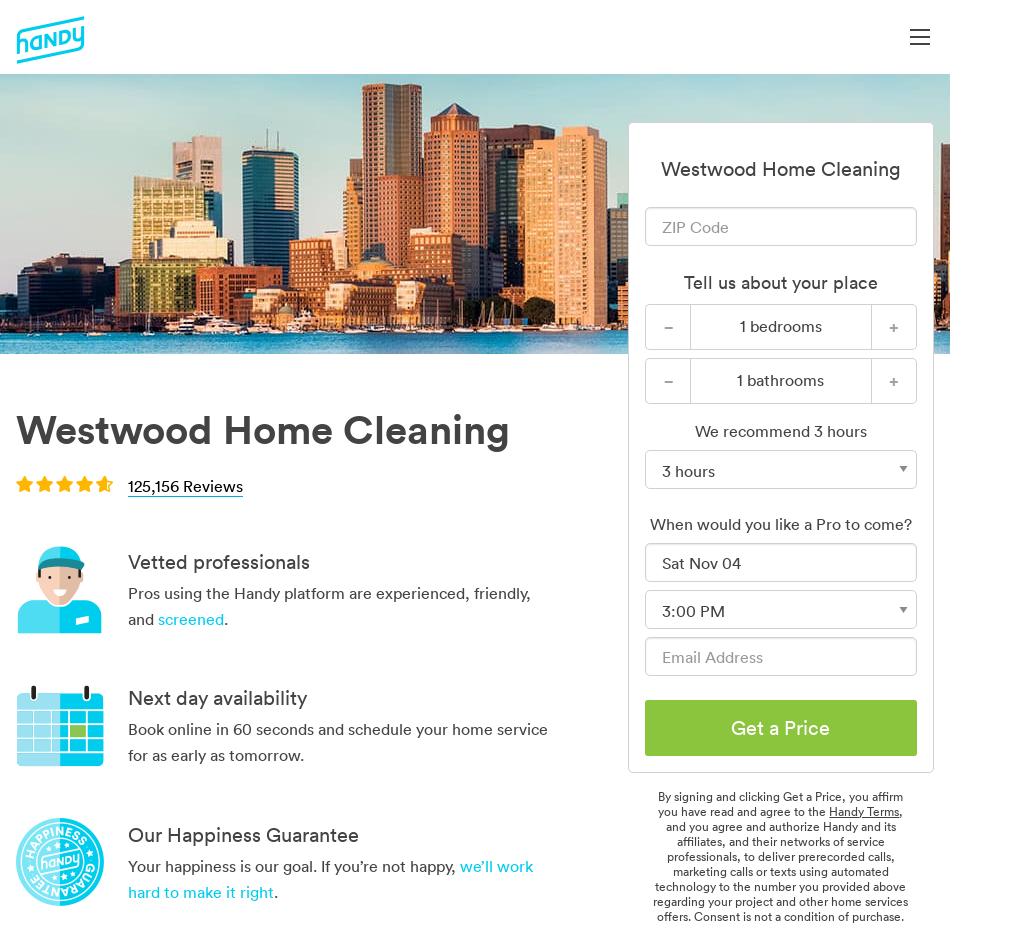 This screenshot has width=1024, height=936. Describe the element at coordinates (996, 283) in the screenshot. I see `'Blog'` at that location.